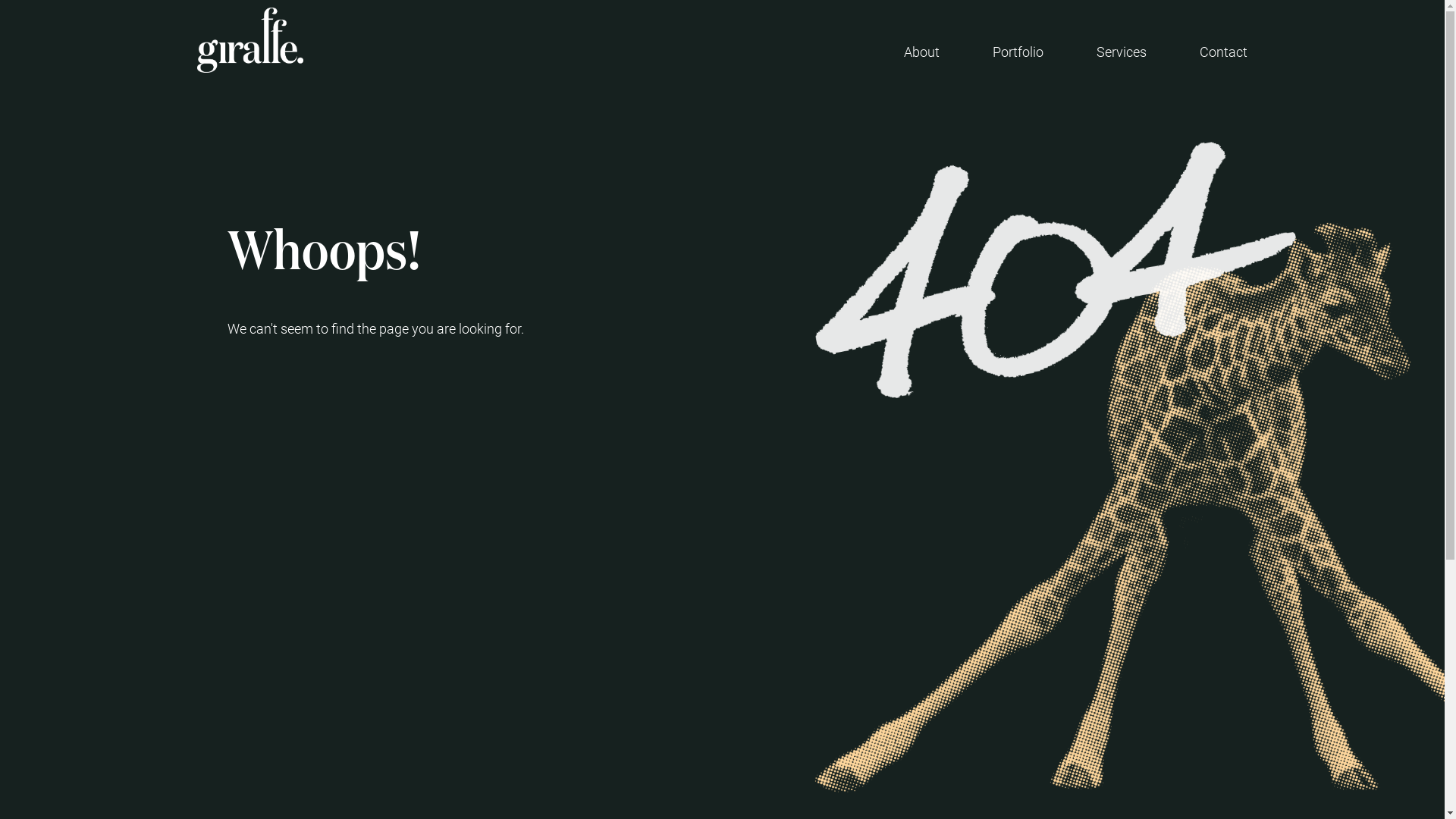  What do you see at coordinates (921, 51) in the screenshot?
I see `'About'` at bounding box center [921, 51].